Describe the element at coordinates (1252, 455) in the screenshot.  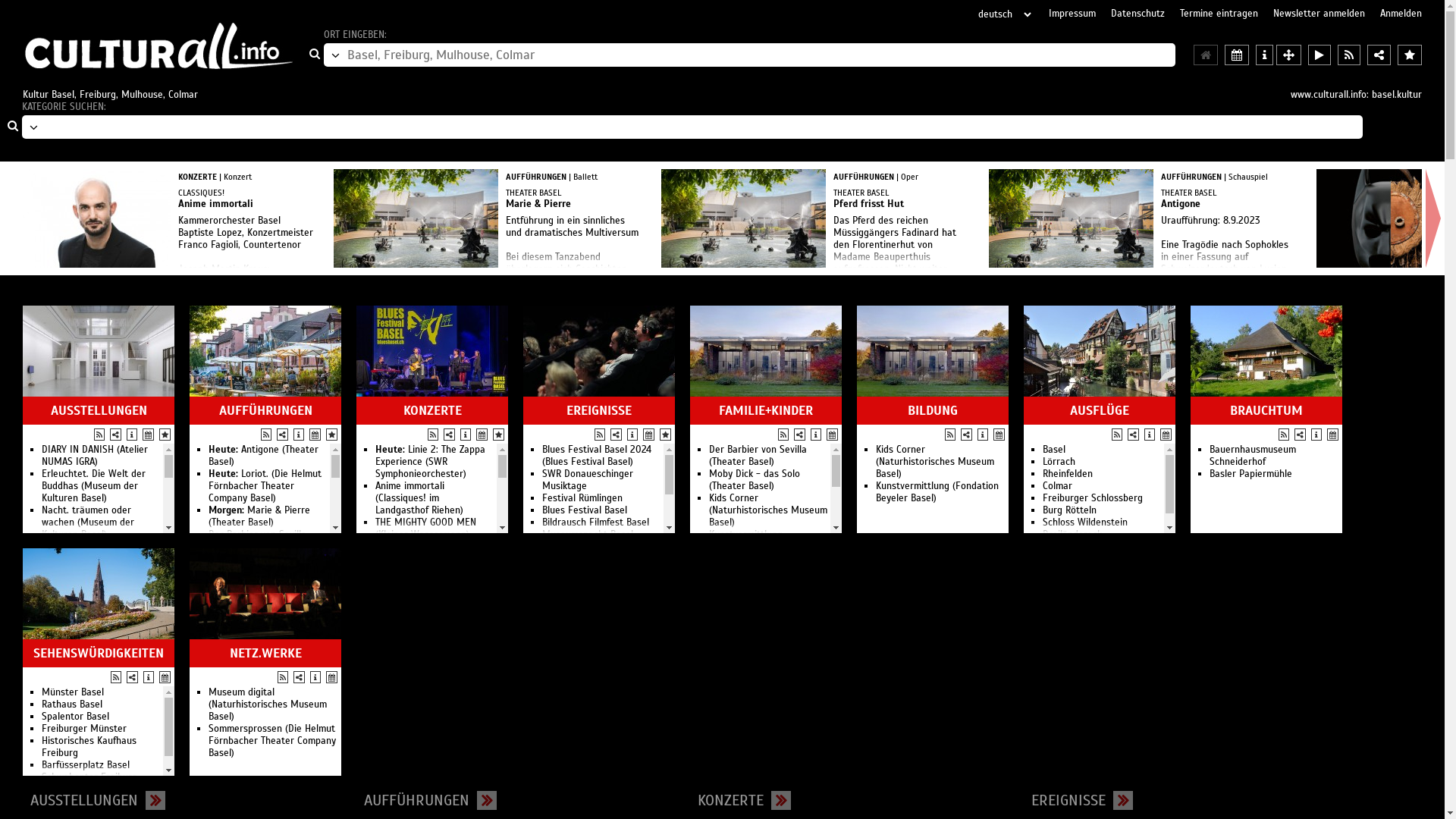
I see `'Bauernhausmuseum Schneiderhof'` at that location.